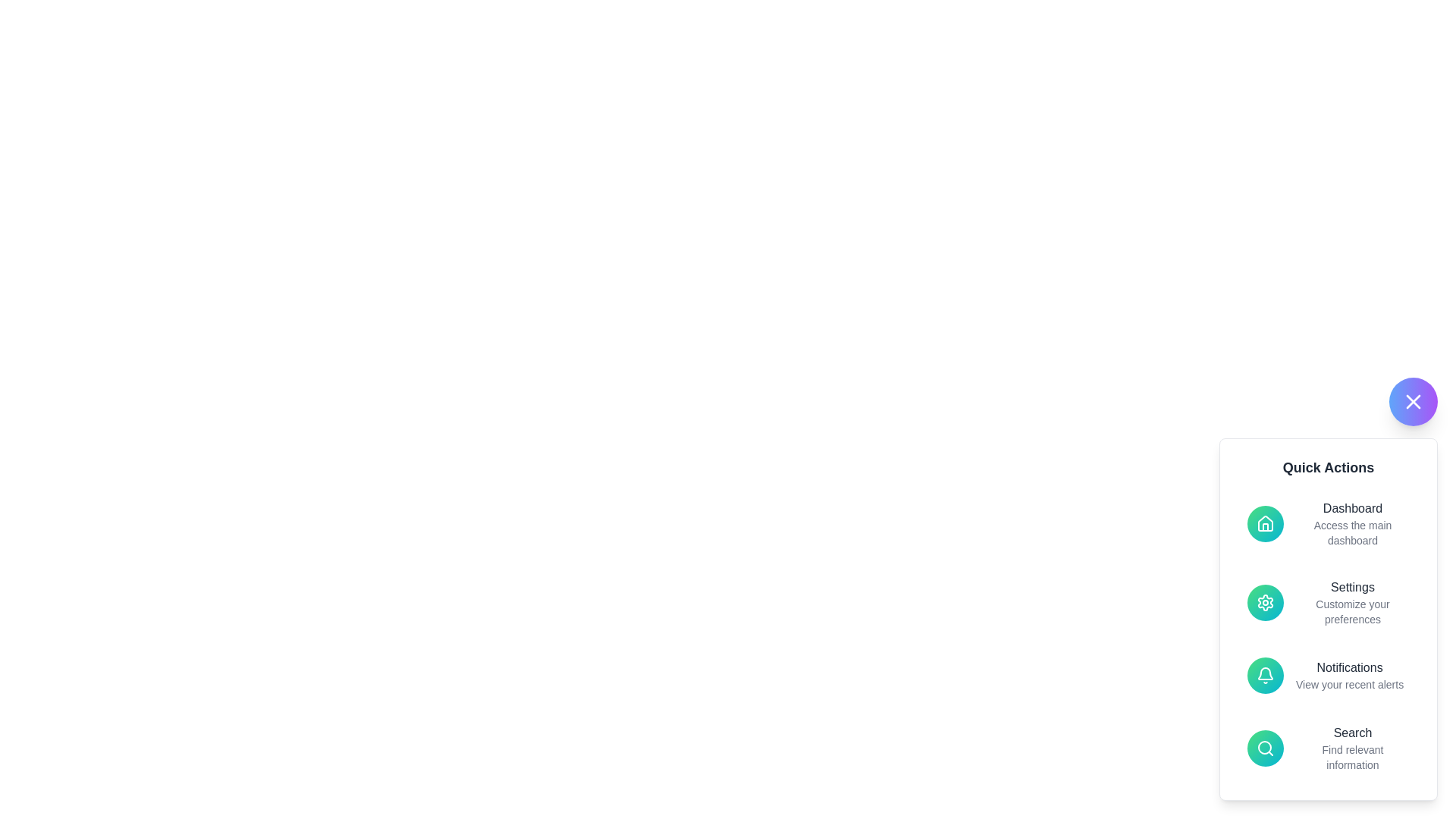 Image resolution: width=1456 pixels, height=819 pixels. Describe the element at coordinates (1328, 748) in the screenshot. I see `the menu item labeled 'Search' to highlight it` at that location.